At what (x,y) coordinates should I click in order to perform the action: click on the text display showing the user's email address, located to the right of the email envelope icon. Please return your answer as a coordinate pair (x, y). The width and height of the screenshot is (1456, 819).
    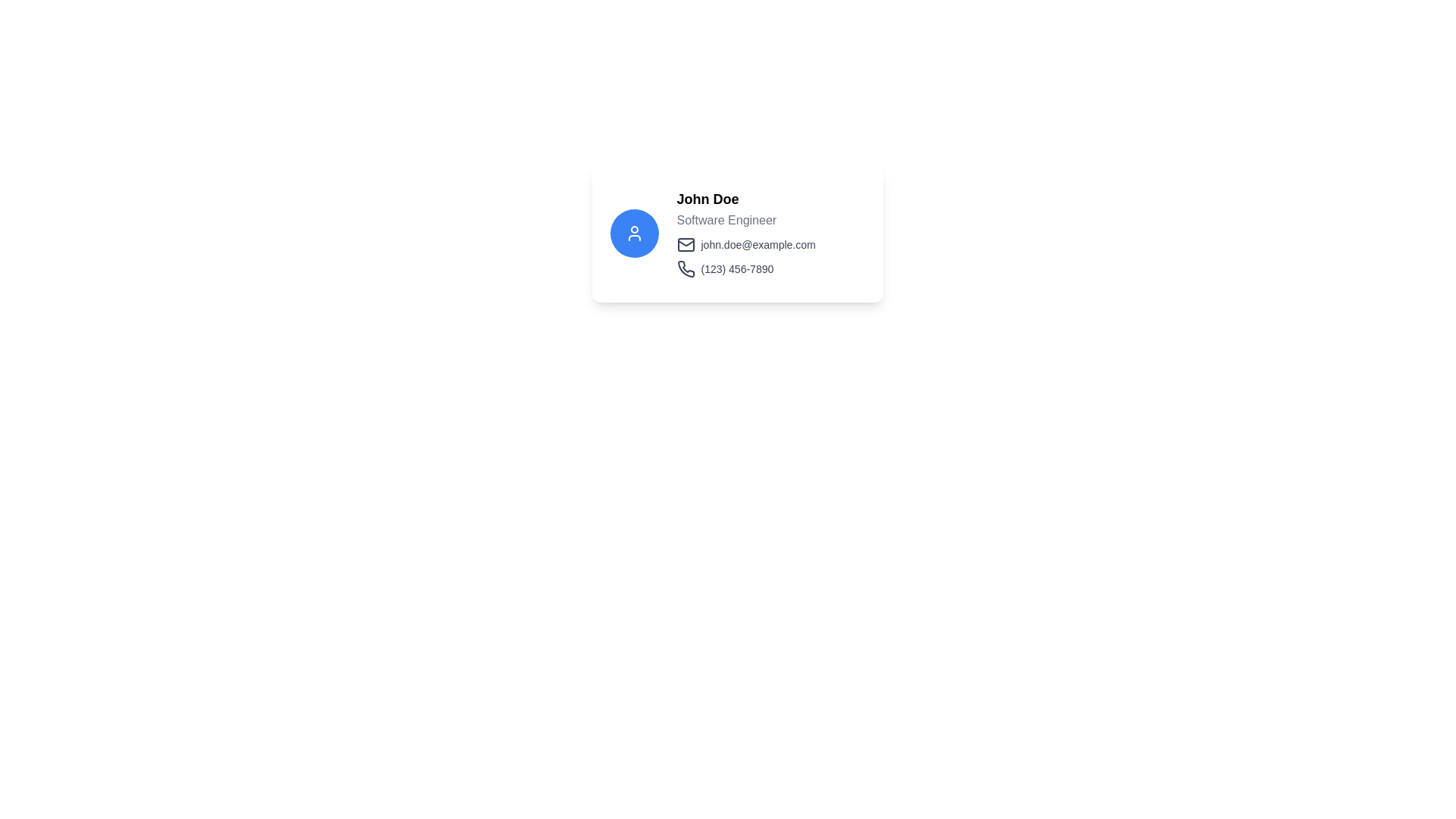
    Looking at the image, I should click on (758, 244).